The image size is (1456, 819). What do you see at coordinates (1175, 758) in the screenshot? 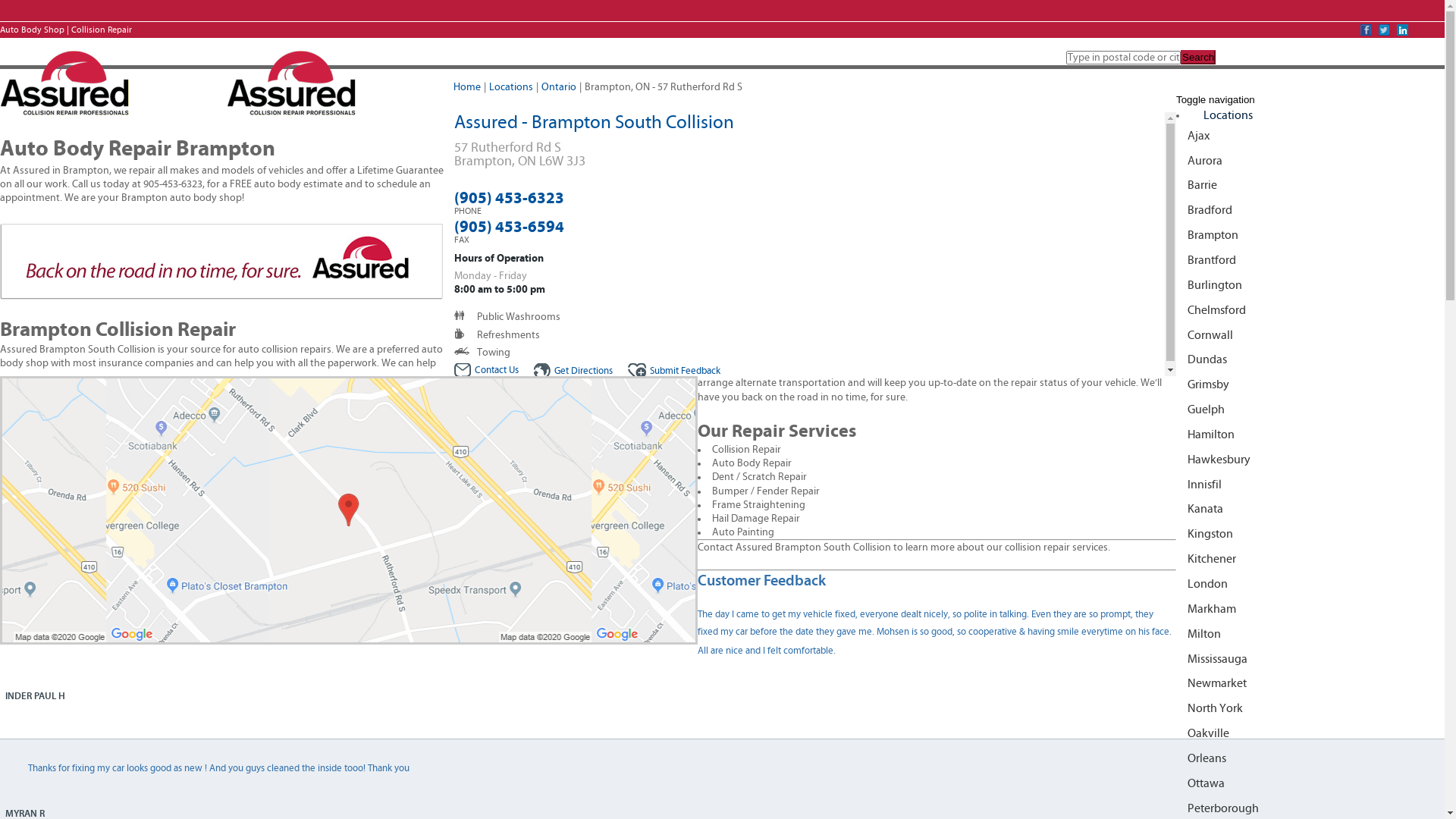
I see `'Orleans'` at bounding box center [1175, 758].